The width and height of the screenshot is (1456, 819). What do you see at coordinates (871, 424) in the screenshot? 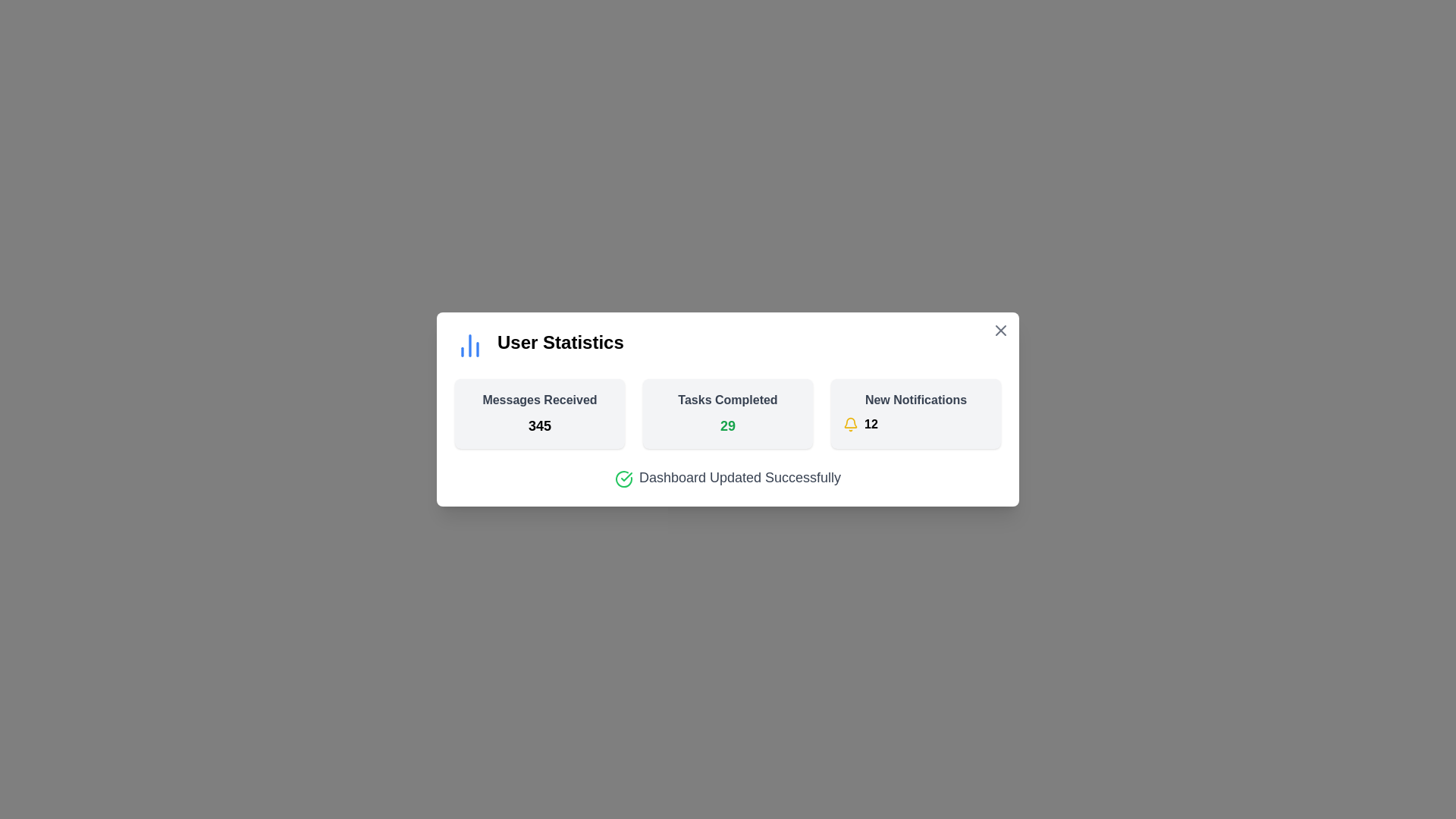
I see `the Text Label that displays the number of new notifications, located in the 'New Notifications' section, to the right of the yellow notification bell icon` at bounding box center [871, 424].